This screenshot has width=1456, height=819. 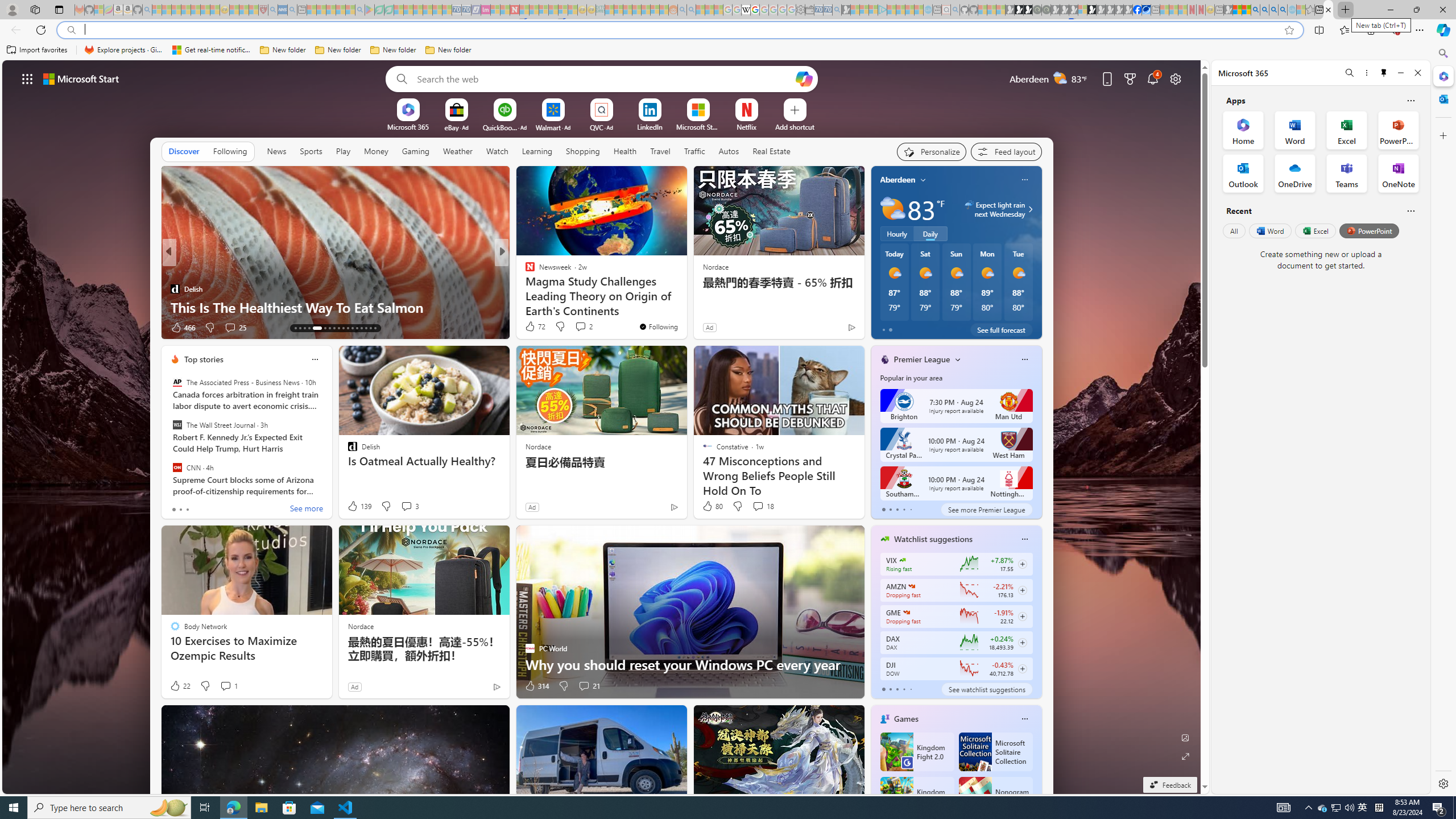 What do you see at coordinates (448, 49) in the screenshot?
I see `'New folder'` at bounding box center [448, 49].